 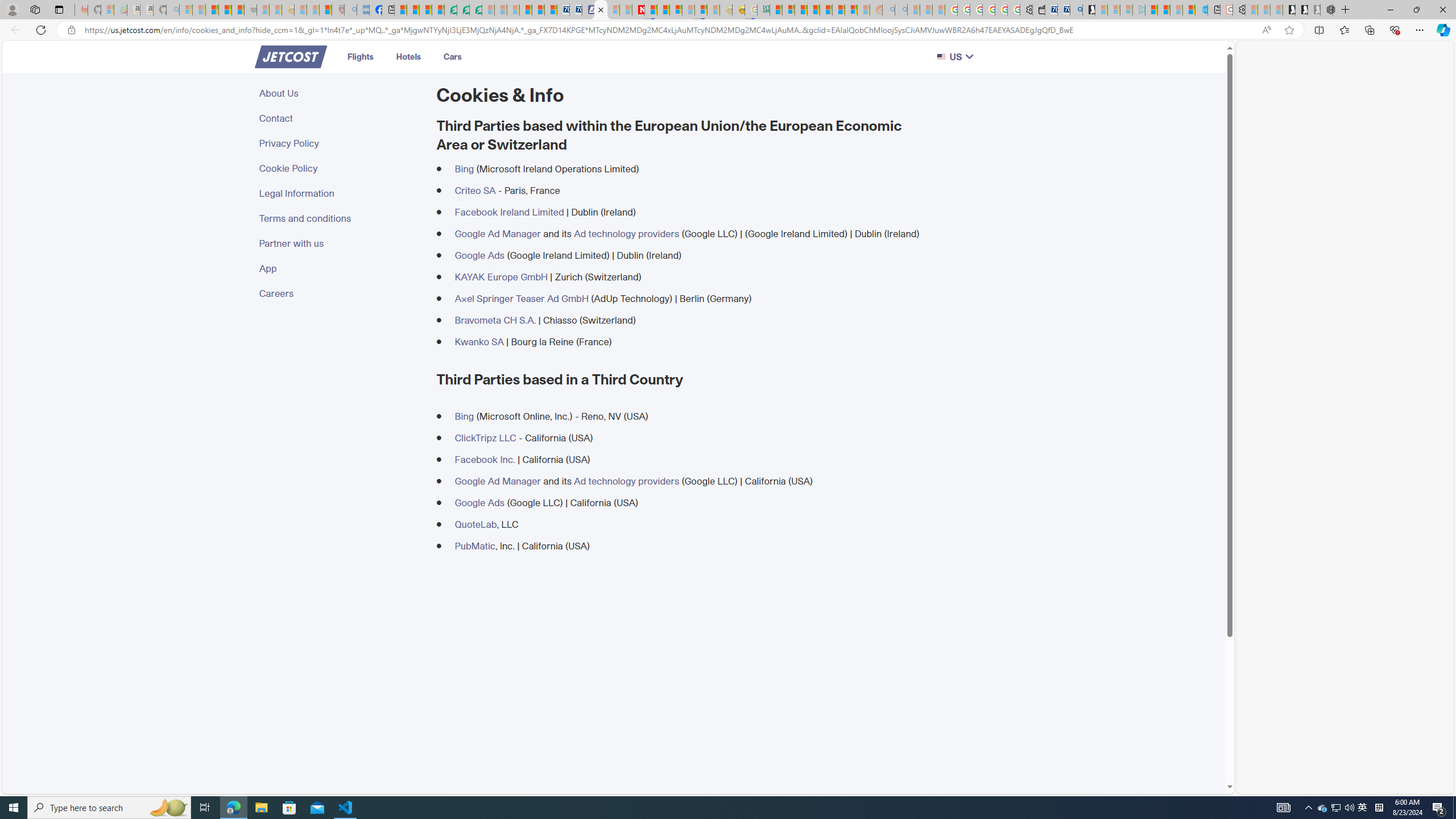 I want to click on 'Cookie Policy', so click(x=341, y=167).